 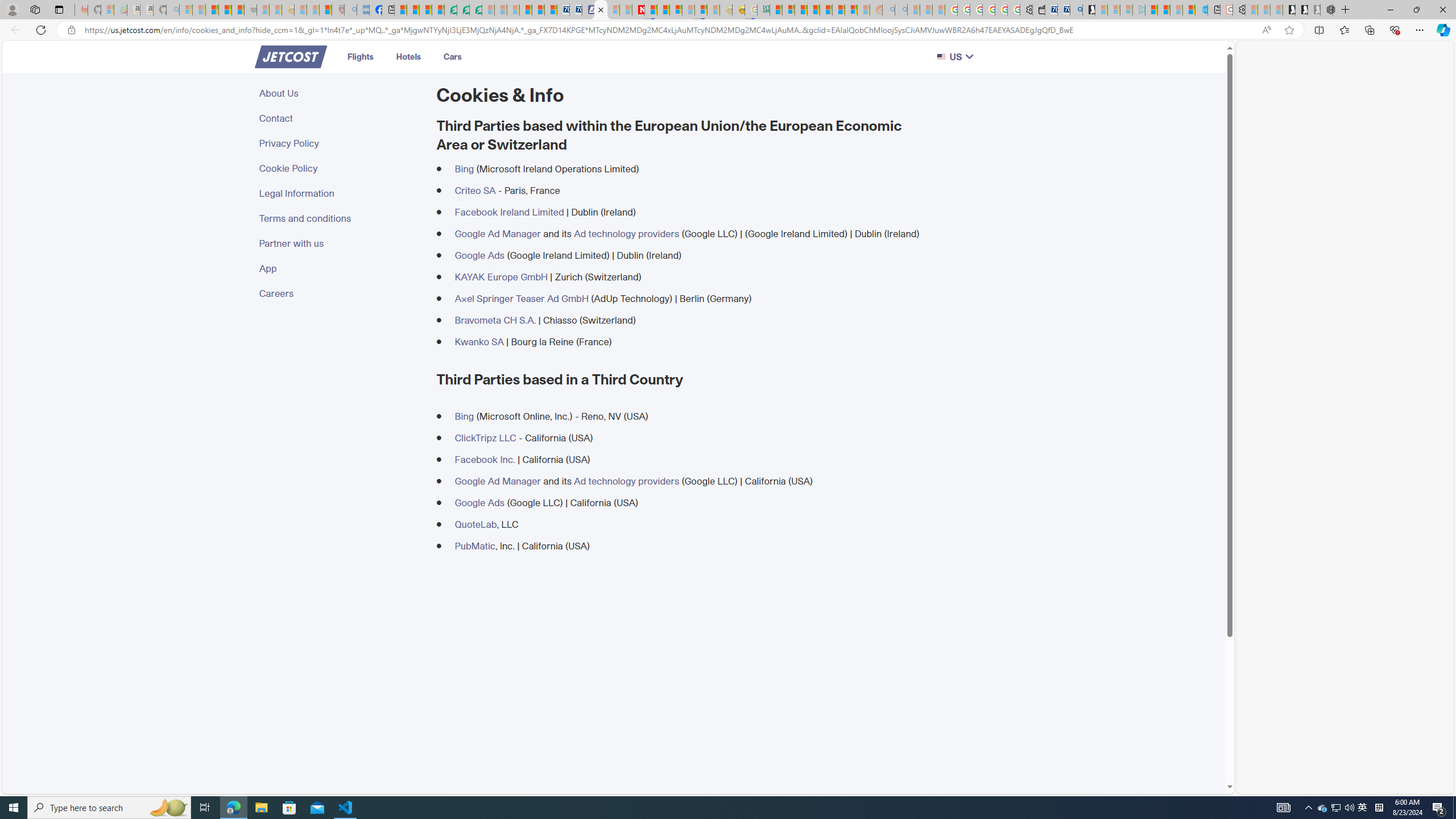 I want to click on 'Cookie Policy', so click(x=341, y=167).